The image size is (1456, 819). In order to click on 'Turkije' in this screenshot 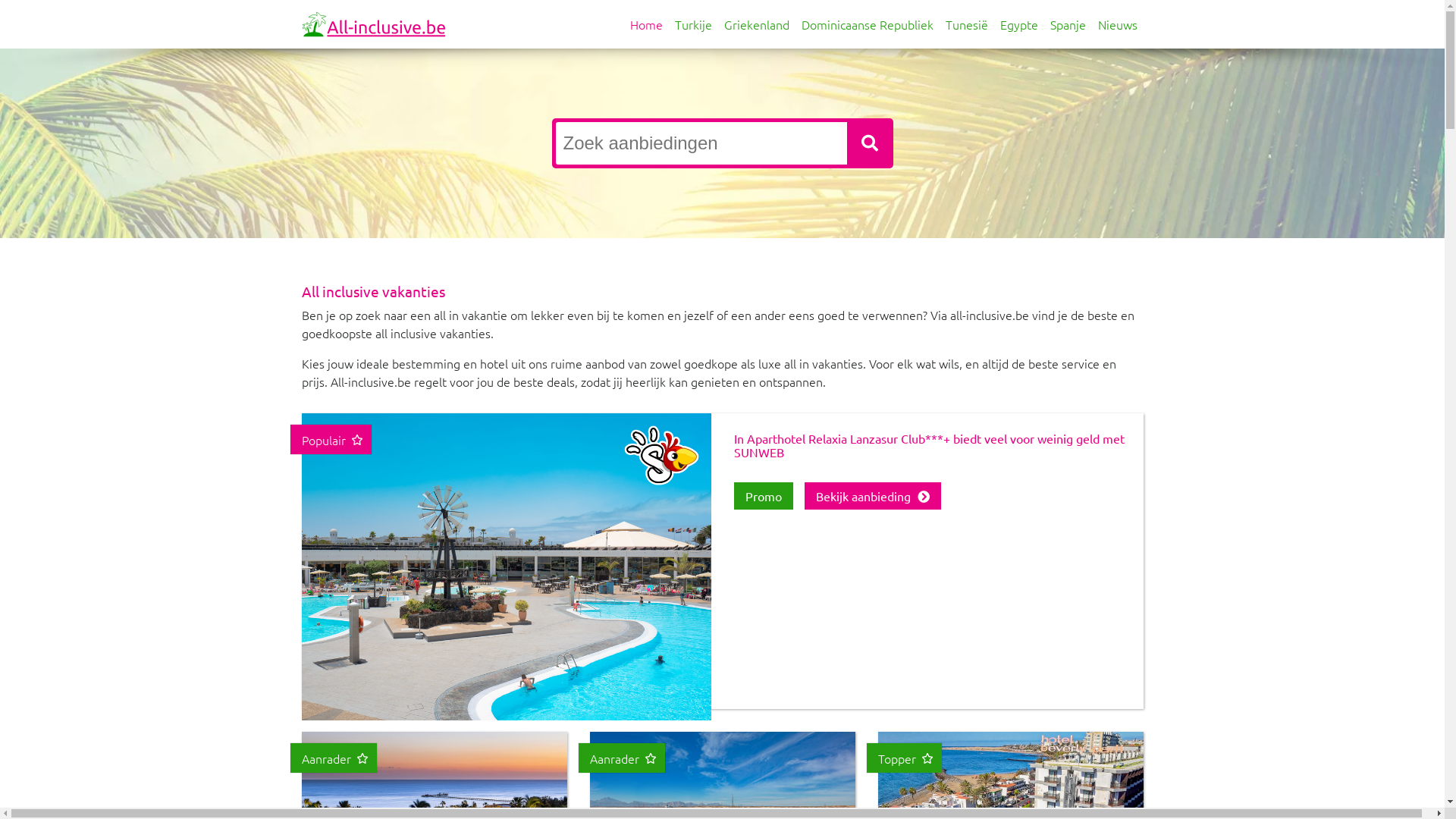, I will do `click(692, 24)`.